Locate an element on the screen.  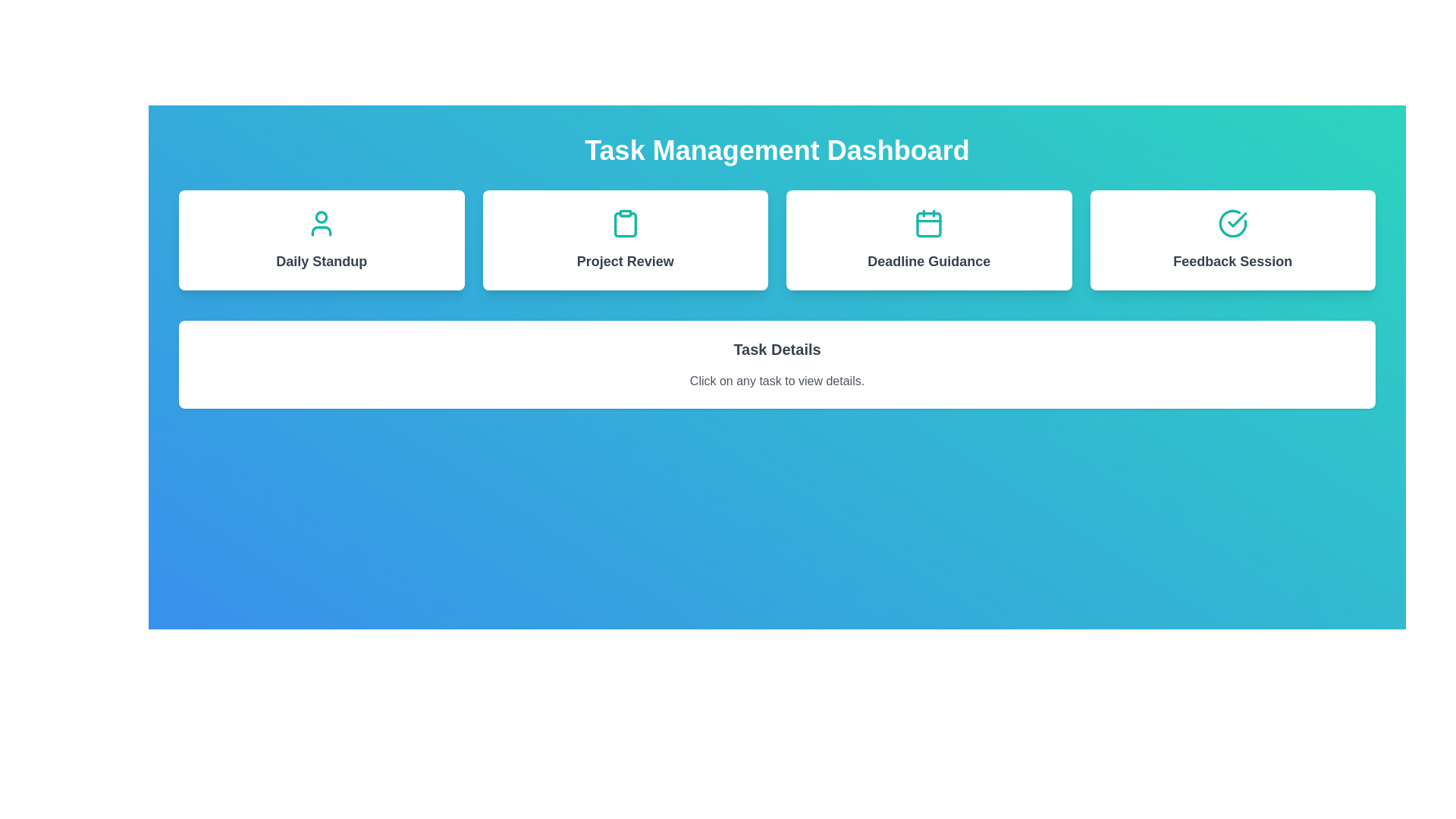
the text element displaying 'Deadline Guidance' in bold dark gray font located in the lower section of the third card in a horizontally arranged group is located at coordinates (928, 260).